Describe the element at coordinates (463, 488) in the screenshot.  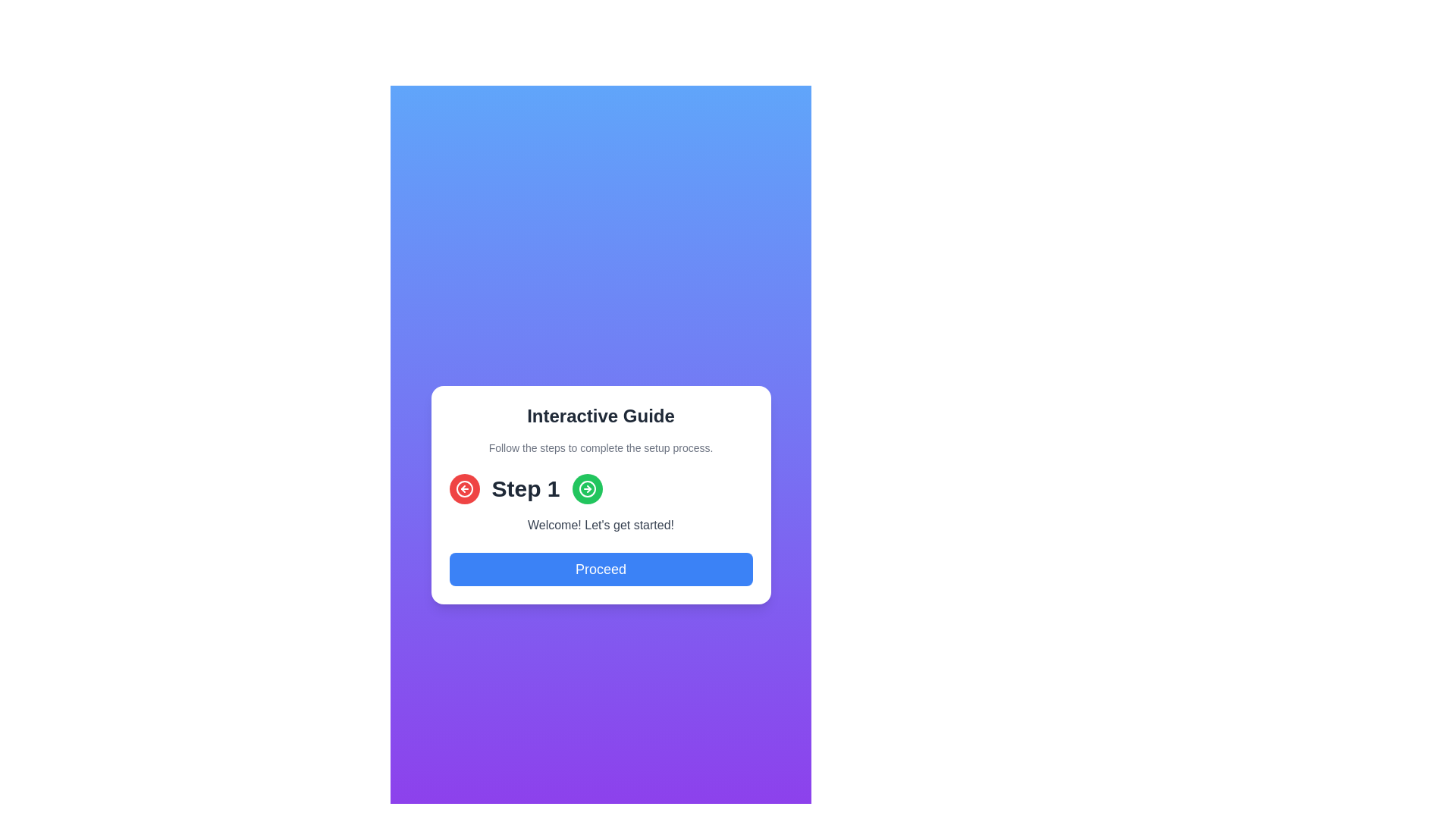
I see `the circular red button with a white arrow icon pointing left` at that location.